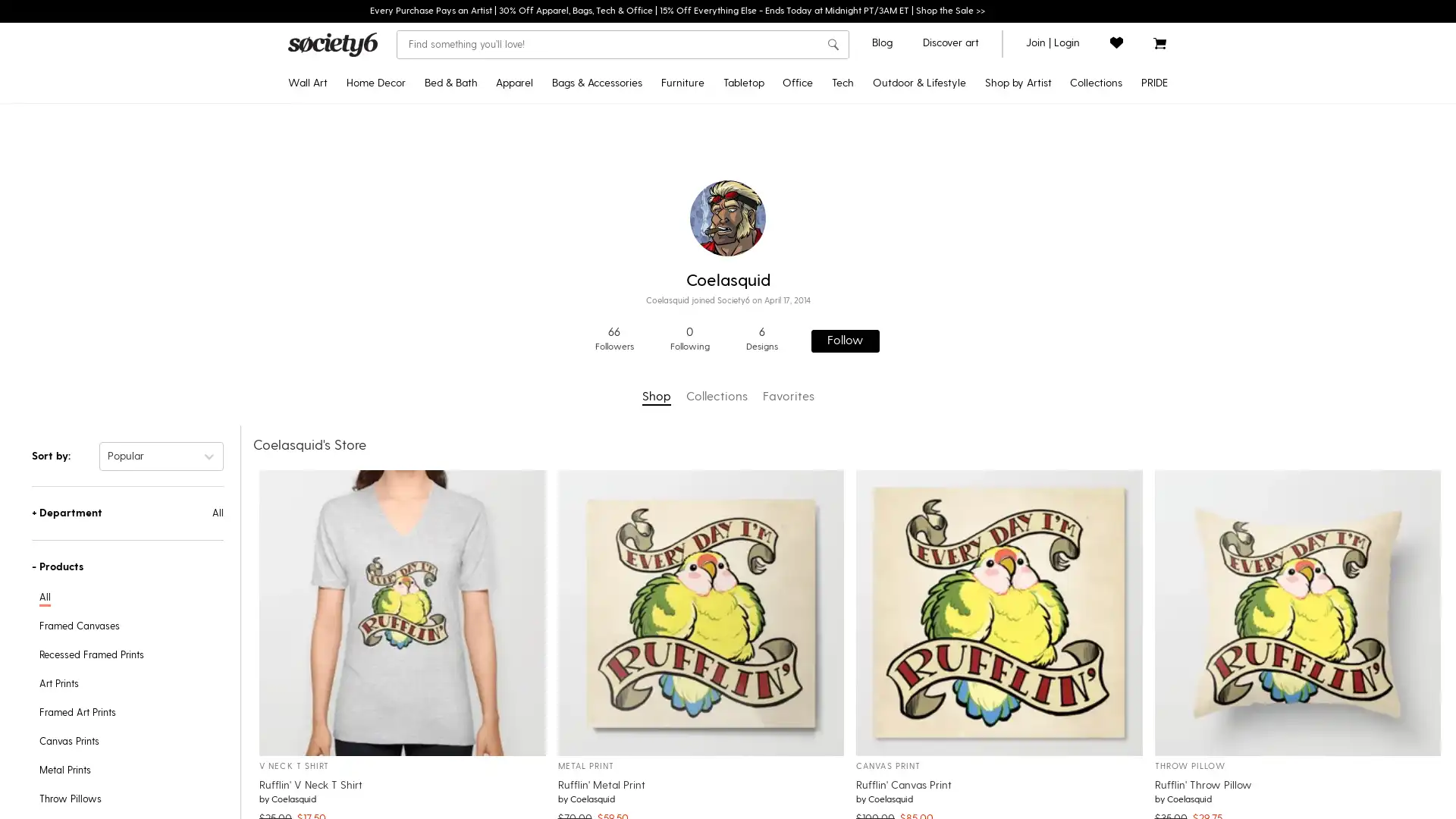  Describe the element at coordinates (835, 195) in the screenshot. I see `Jigsaw Puzzles` at that location.